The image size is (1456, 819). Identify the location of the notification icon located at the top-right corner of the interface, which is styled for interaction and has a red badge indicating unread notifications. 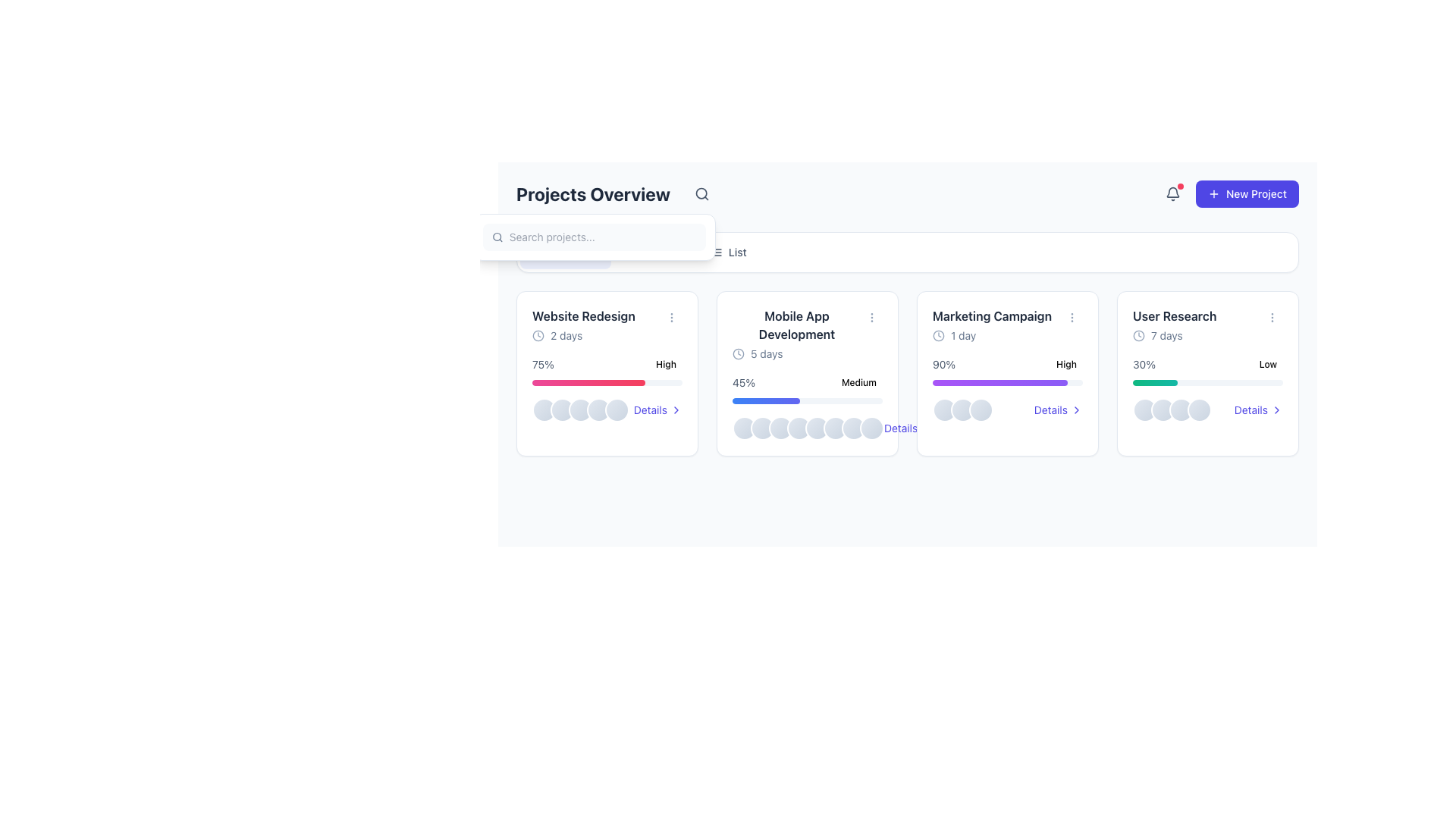
(1172, 193).